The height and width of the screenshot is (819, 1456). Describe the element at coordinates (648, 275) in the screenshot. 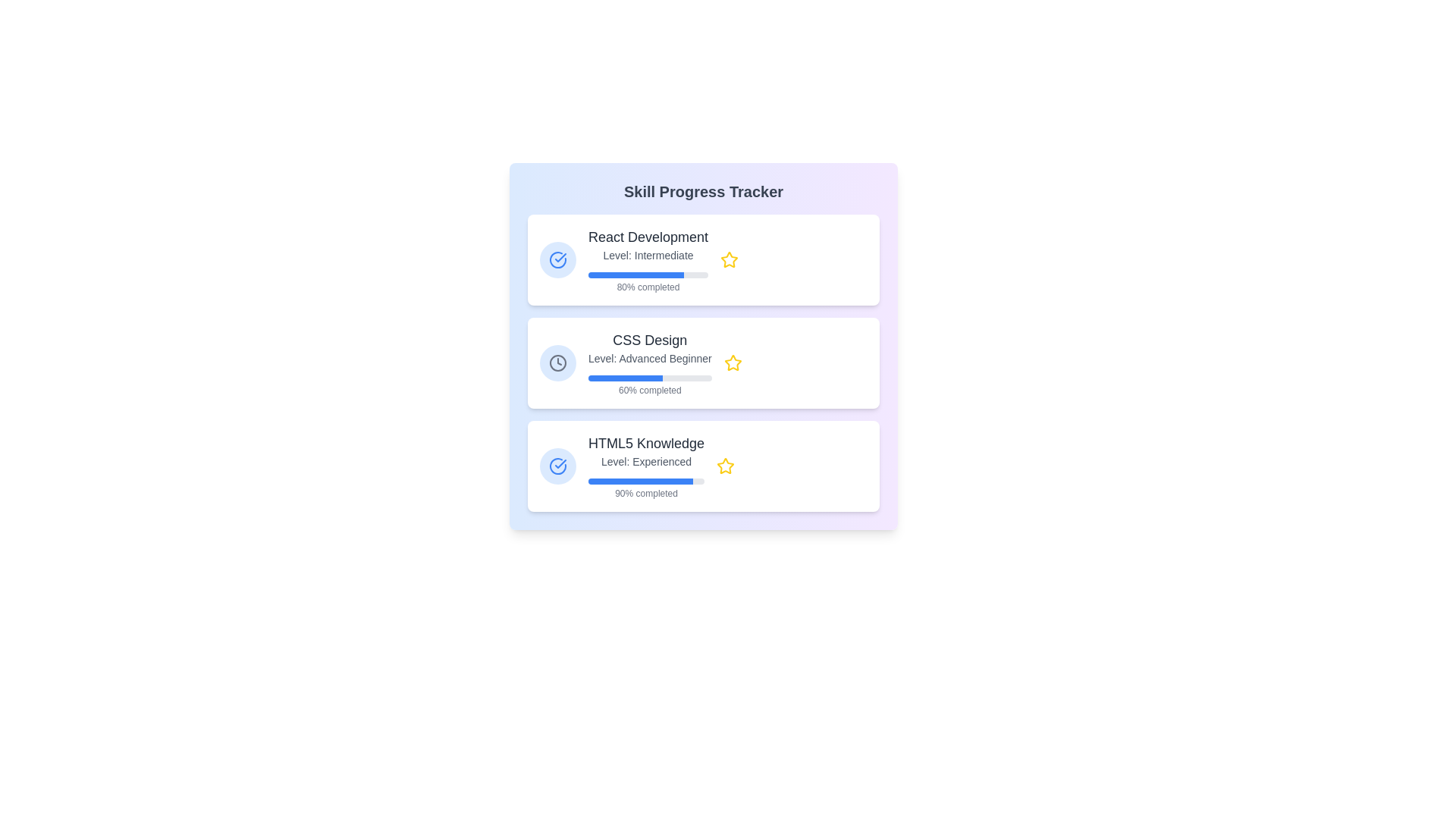

I see `the Progress indicator (progress bar) located in the 'React Development' card, which is the first progress bar among similar elements, indicating 80% completion` at that location.